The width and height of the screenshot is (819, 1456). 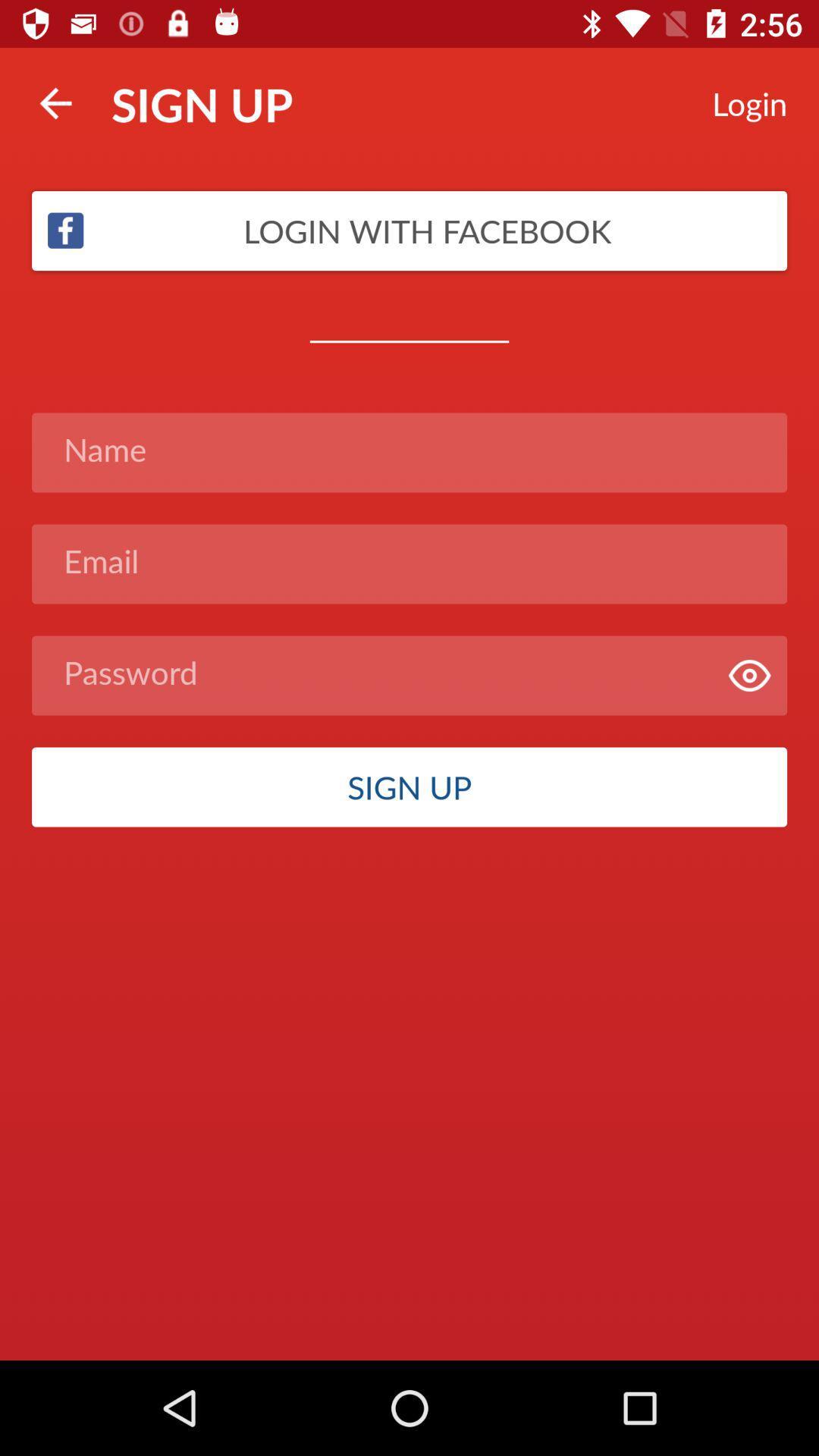 What do you see at coordinates (409, 230) in the screenshot?
I see `login with facebook item` at bounding box center [409, 230].